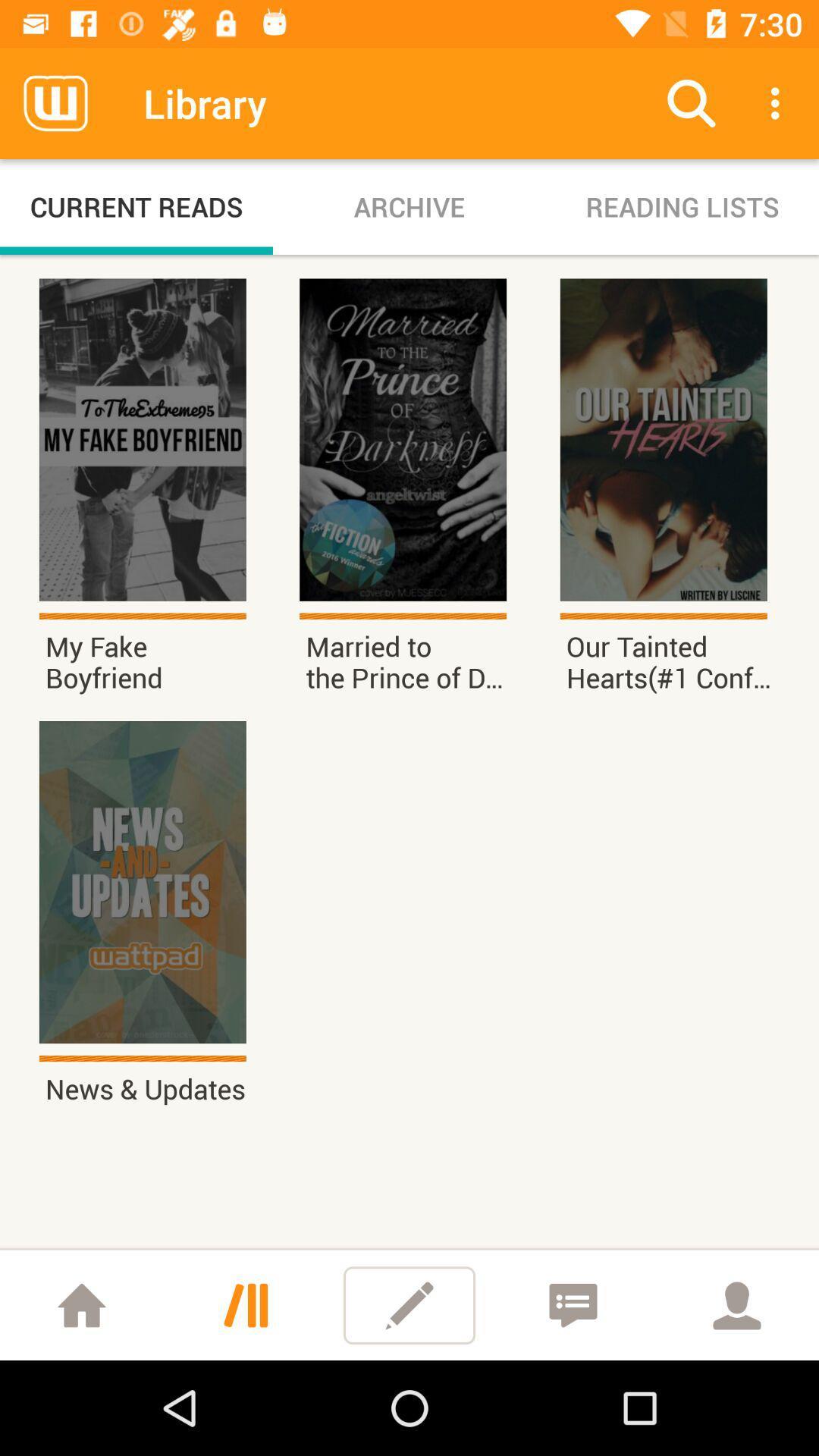  What do you see at coordinates (681, 206) in the screenshot?
I see `the item next to the archive` at bounding box center [681, 206].